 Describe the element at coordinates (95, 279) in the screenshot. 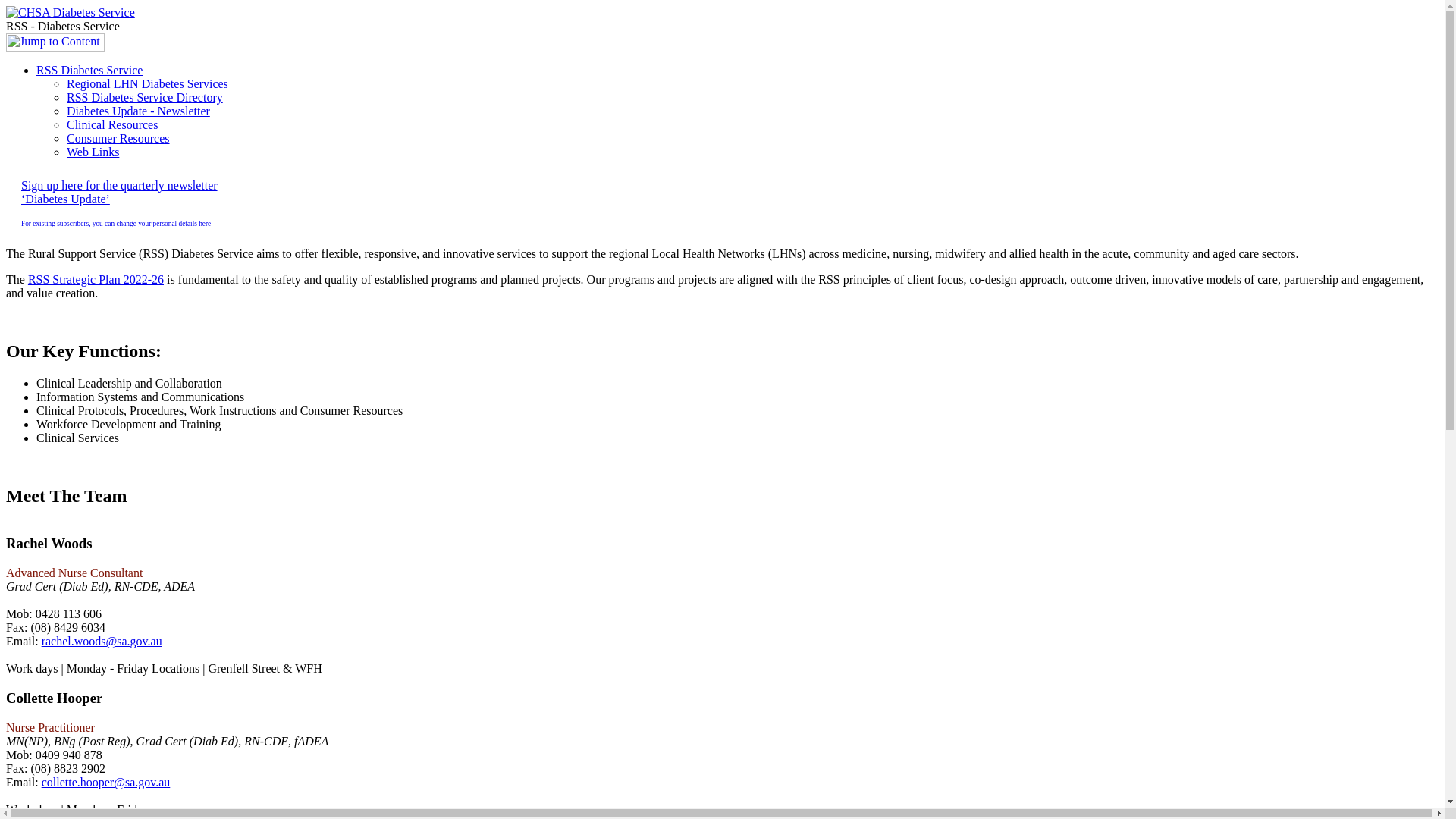

I see `'RSS Strategic Plan 2022-26'` at that location.